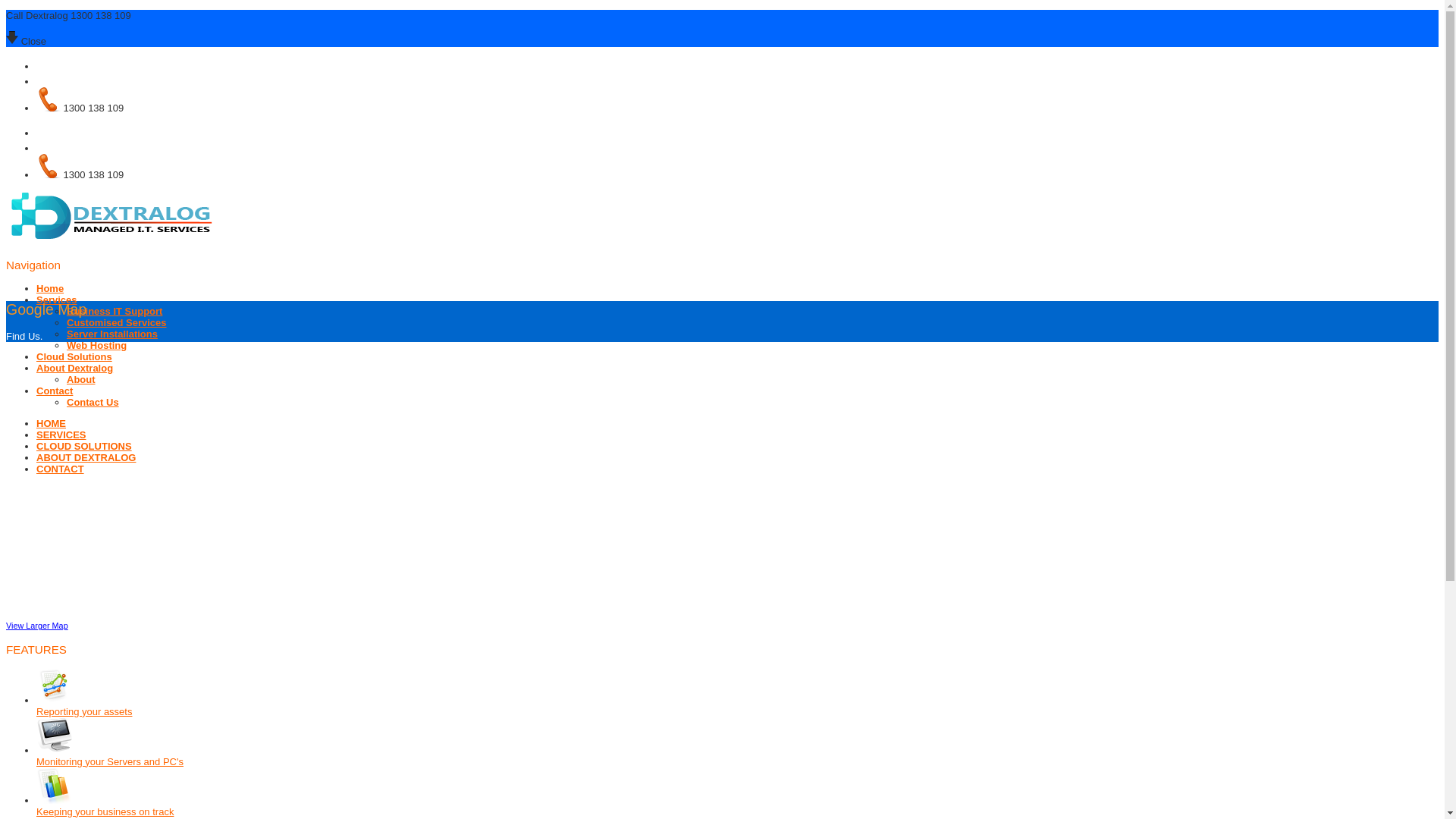 The width and height of the screenshot is (1456, 819). Describe the element at coordinates (104, 811) in the screenshot. I see `'Keeping your business on track'` at that location.